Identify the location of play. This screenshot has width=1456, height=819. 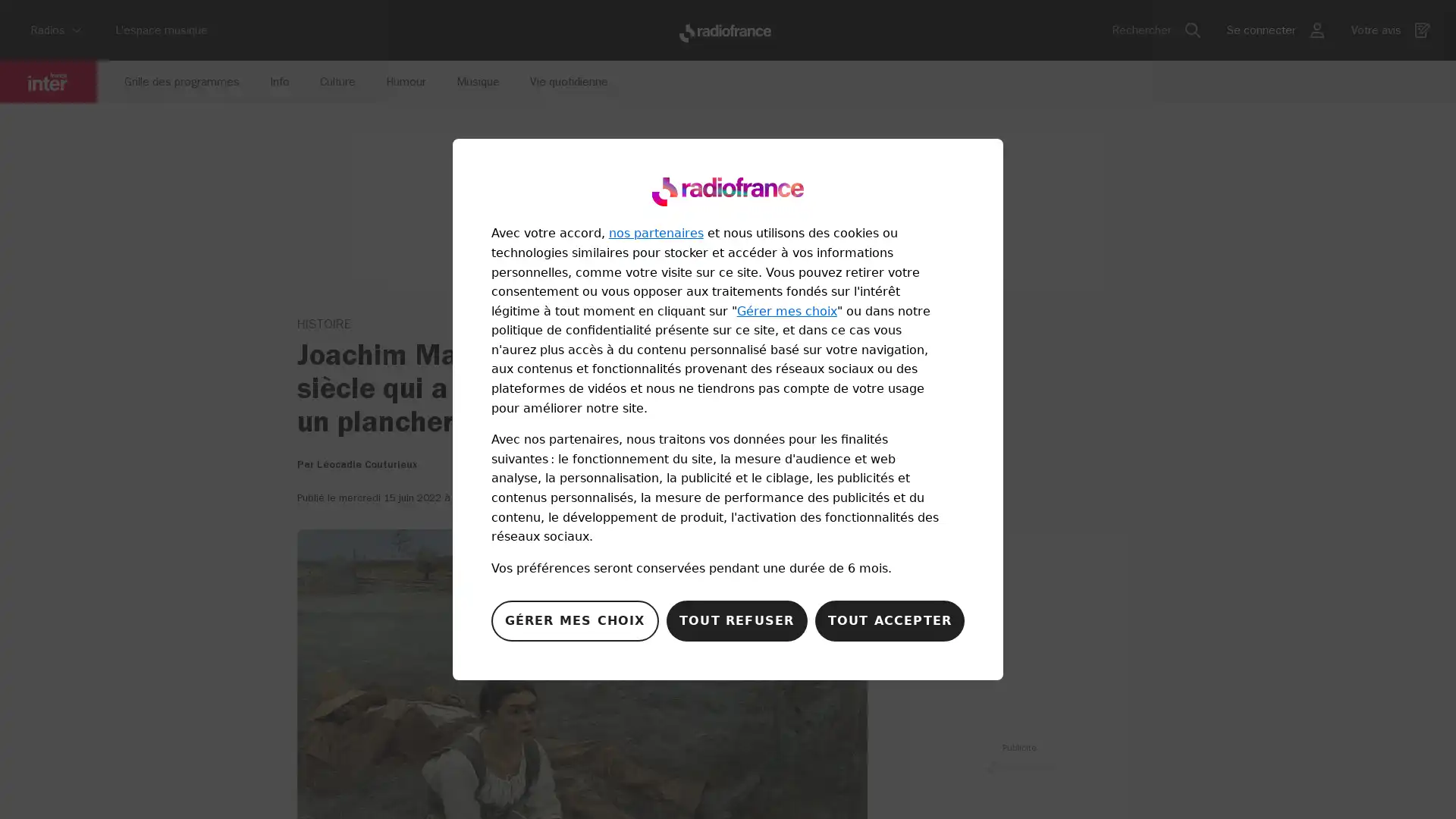
(752, 780).